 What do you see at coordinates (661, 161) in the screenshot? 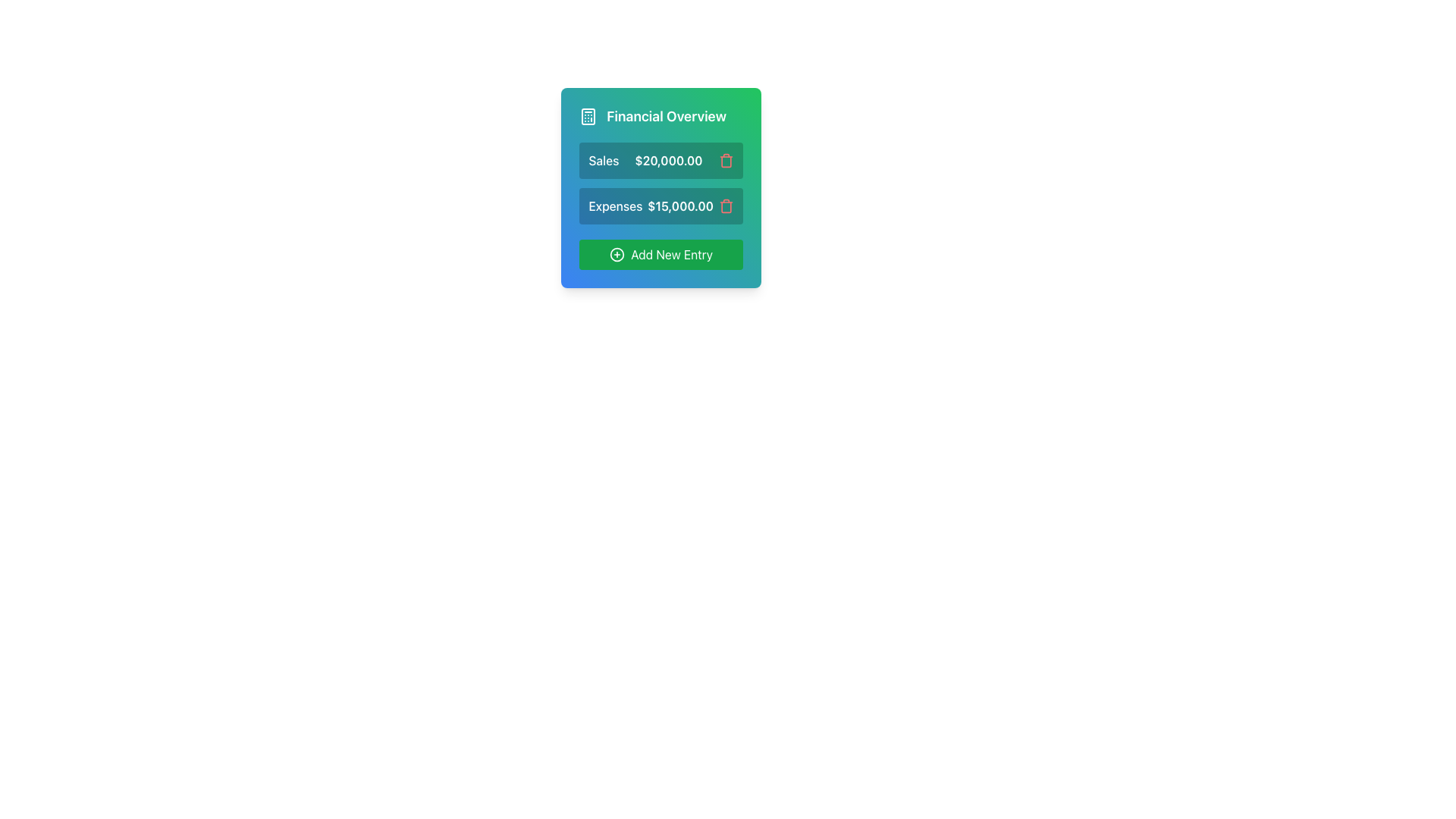
I see `the trash can icon associated with the 'Sales' financial entry` at bounding box center [661, 161].